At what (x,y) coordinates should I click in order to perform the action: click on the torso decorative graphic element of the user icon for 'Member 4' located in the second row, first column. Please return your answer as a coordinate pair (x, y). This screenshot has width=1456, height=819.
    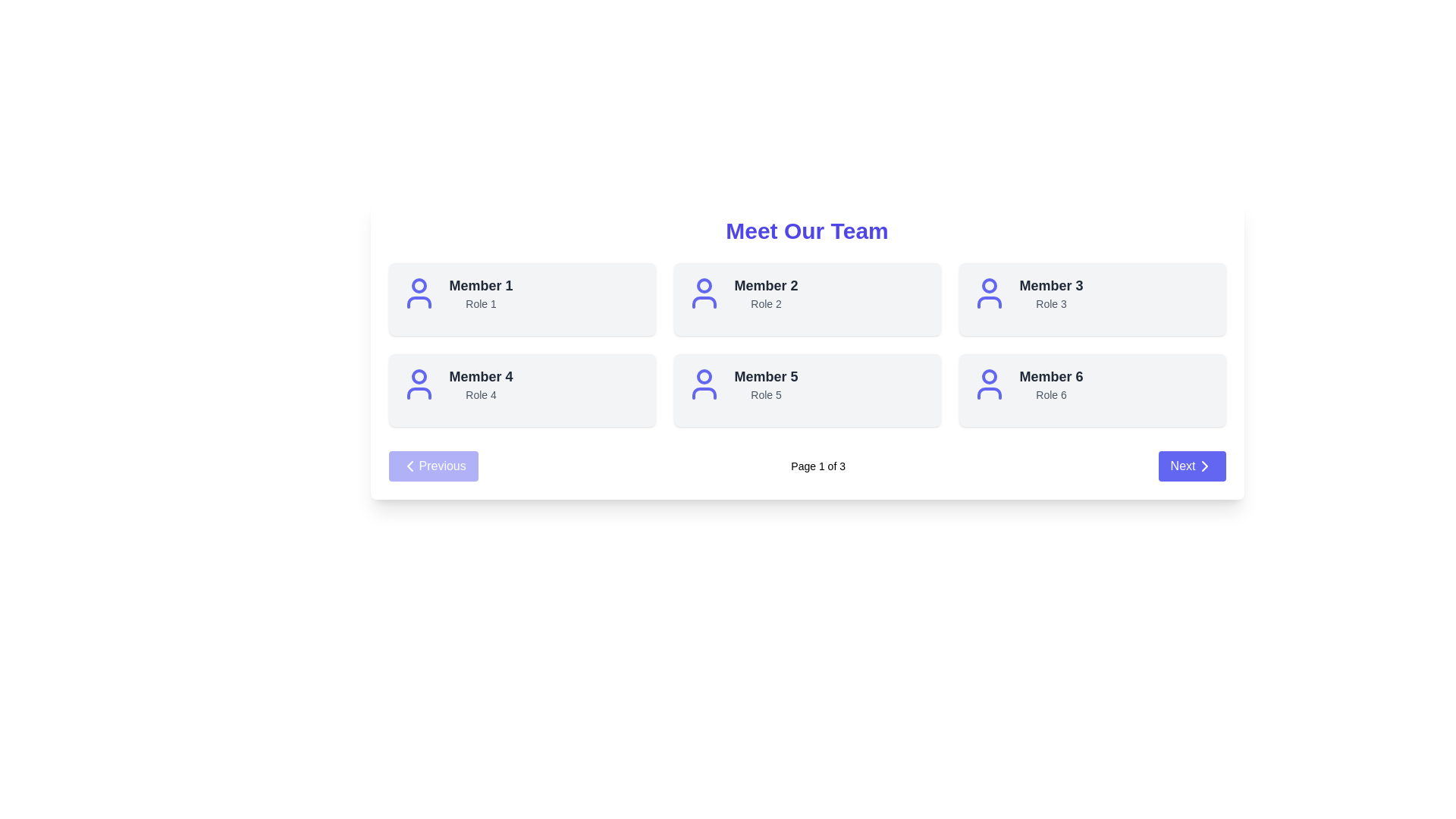
    Looking at the image, I should click on (419, 393).